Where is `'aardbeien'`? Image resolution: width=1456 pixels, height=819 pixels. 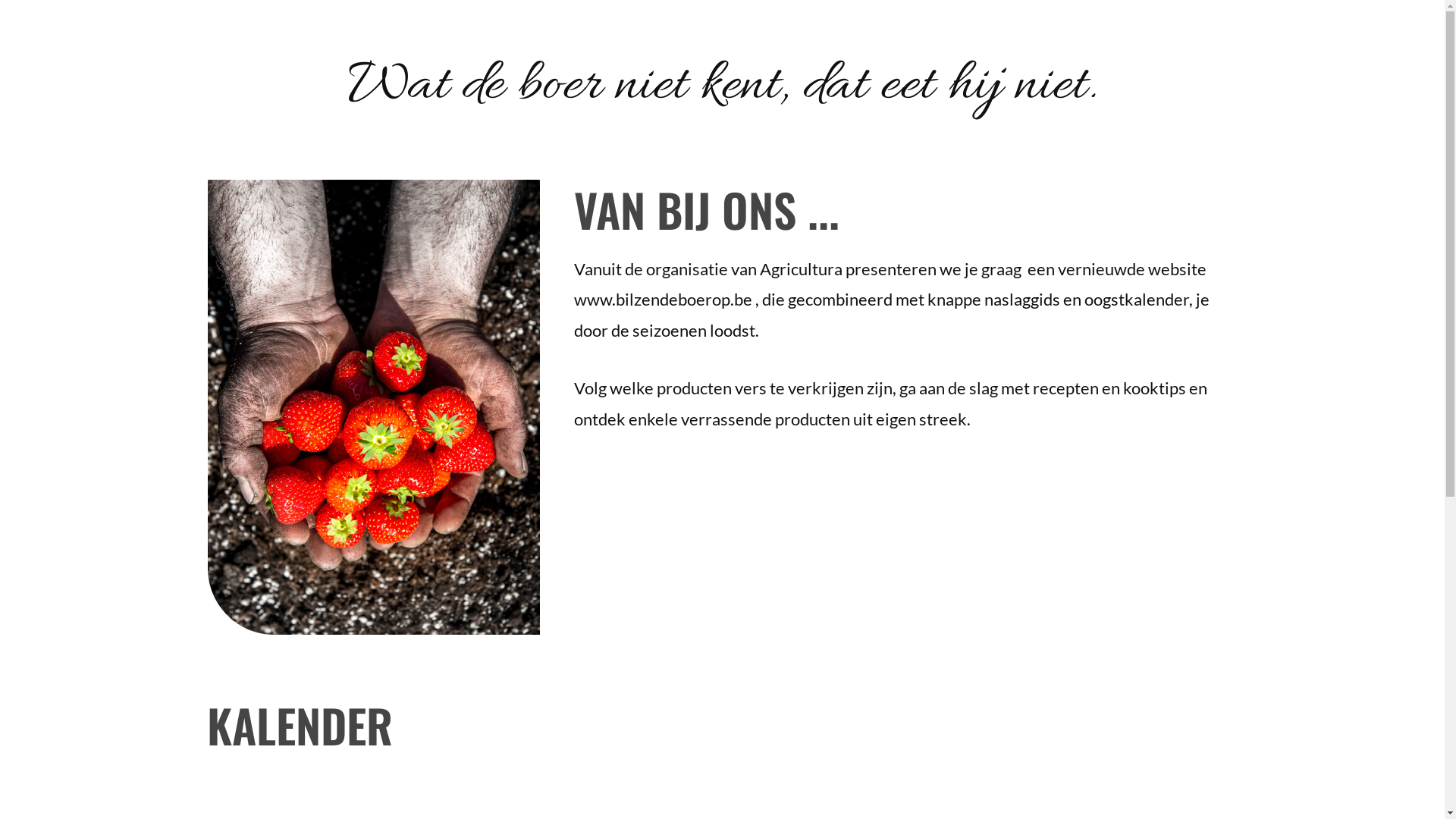 'aardbeien' is located at coordinates (375, 406).